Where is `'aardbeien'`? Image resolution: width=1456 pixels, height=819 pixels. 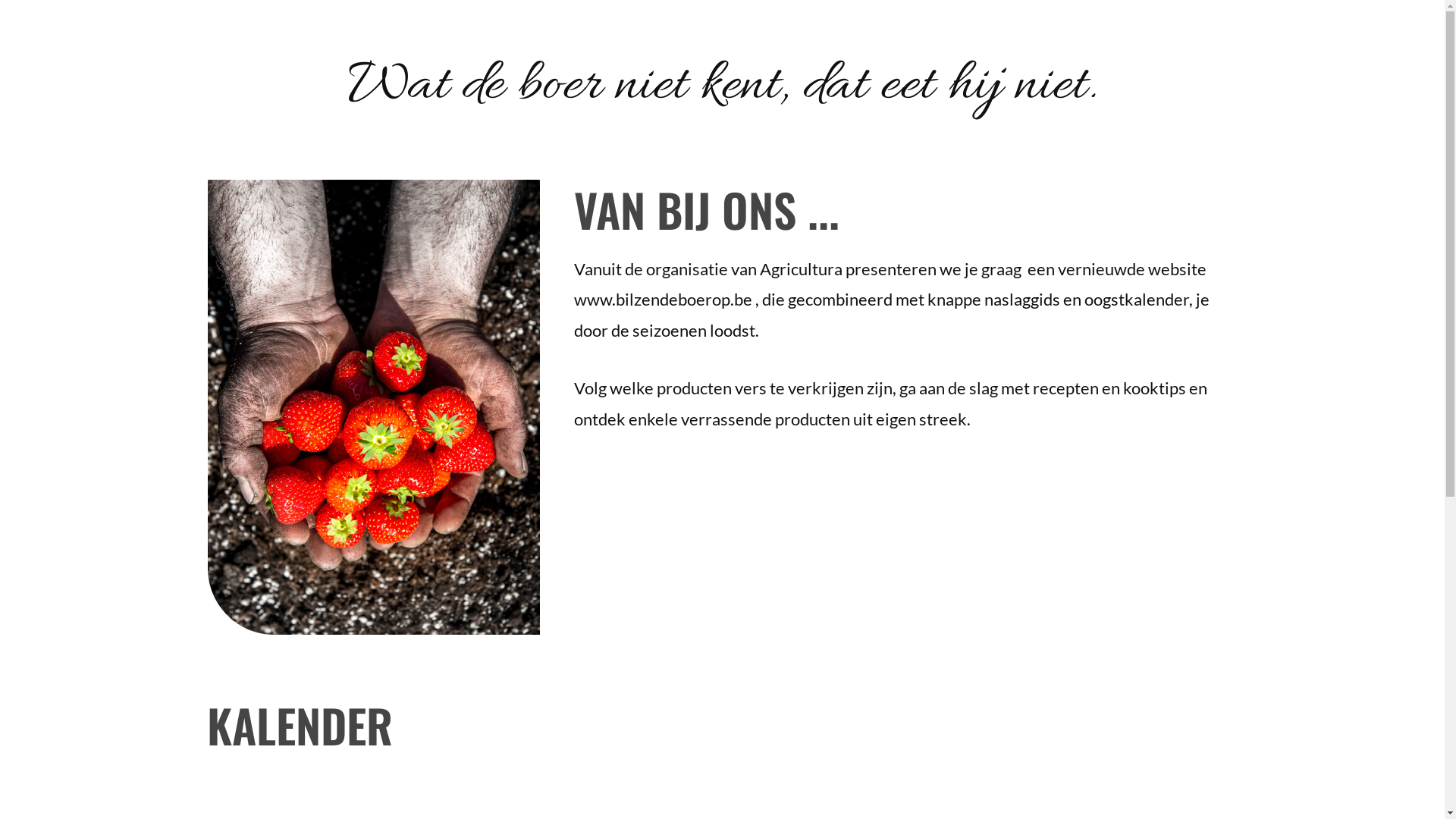 'aardbeien' is located at coordinates (375, 406).